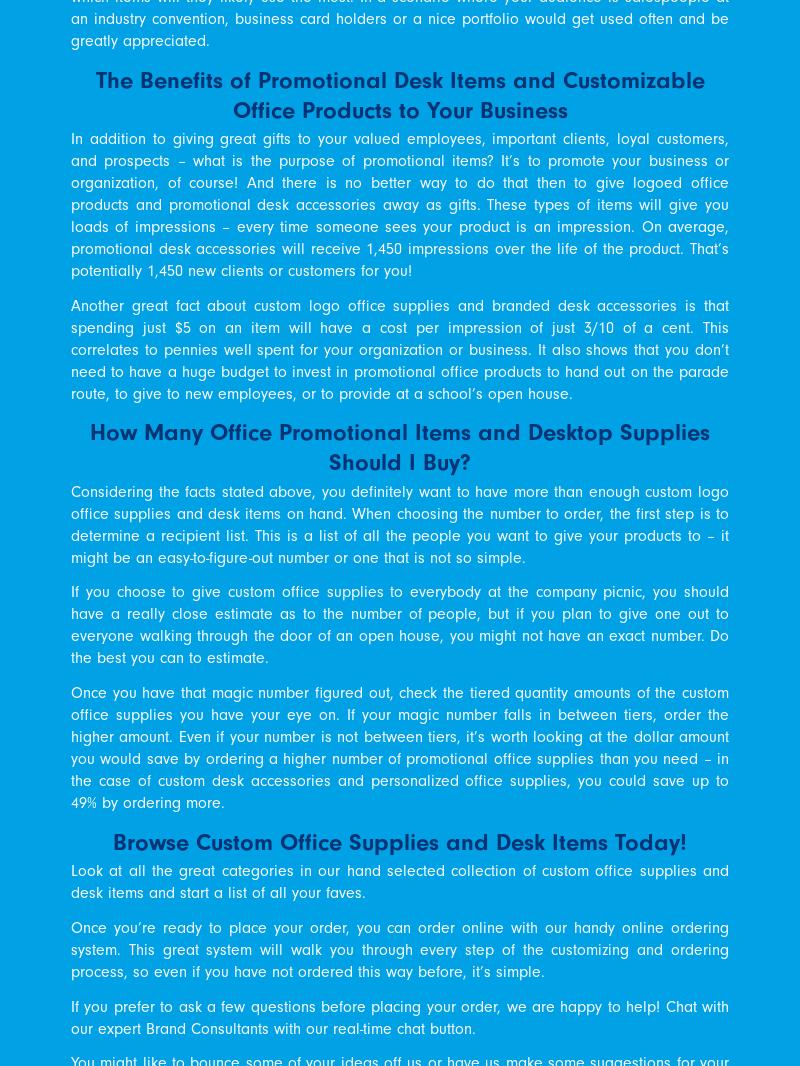 This screenshot has height=1066, width=800. I want to click on 'Once you have that magic number figured out, check the tiered quantity amounts of the custom office supplies you have your eye on. If your magic number falls in between tiers, order the higher amount. Even if your number is not between tiers, it’s worth looking at the dollar amount you would save by ordering a higher number of promotional office supplies than you need – in the case of custom desk accessories and personalized office supplies, you could save up to 49% by ordering more.', so click(400, 747).